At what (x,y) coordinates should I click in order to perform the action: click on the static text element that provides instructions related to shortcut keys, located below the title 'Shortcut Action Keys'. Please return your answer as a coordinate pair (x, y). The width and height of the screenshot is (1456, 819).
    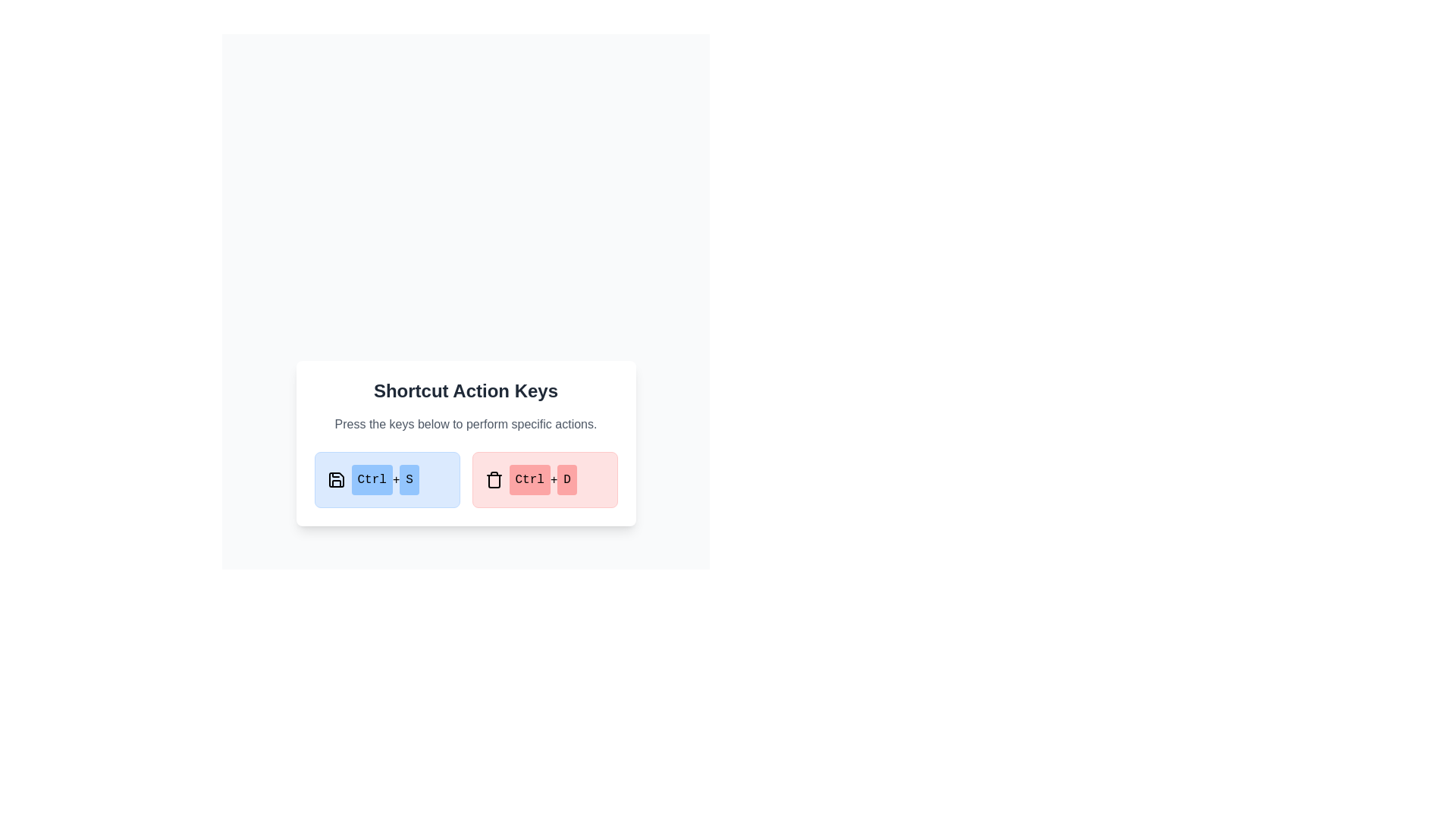
    Looking at the image, I should click on (465, 424).